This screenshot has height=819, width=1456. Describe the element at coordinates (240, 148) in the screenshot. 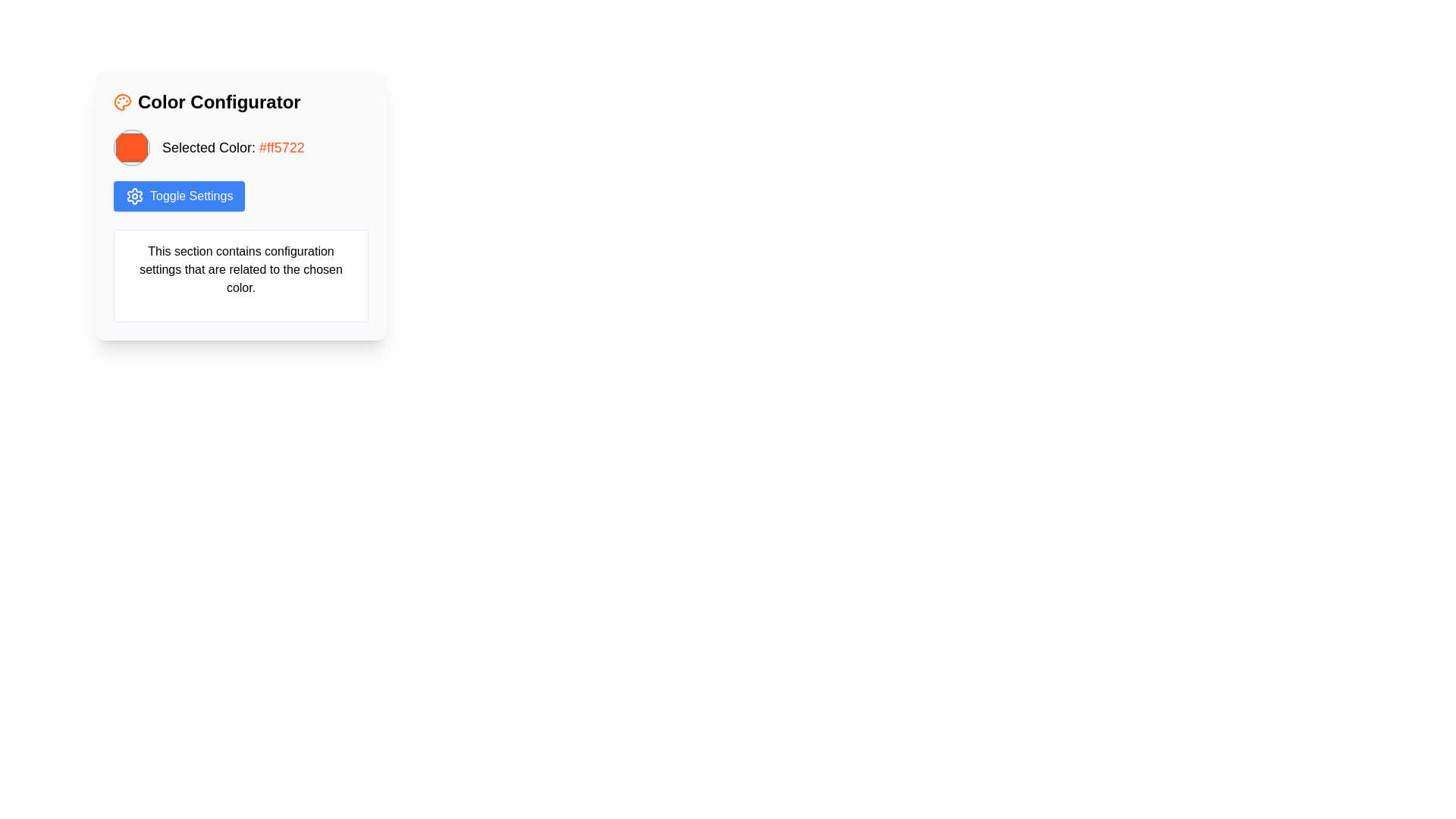

I see `the Descriptive Display Component that shows the selected color '#ff5722' with a circular color swatch on the left, located below the 'Color Configurator' heading` at that location.